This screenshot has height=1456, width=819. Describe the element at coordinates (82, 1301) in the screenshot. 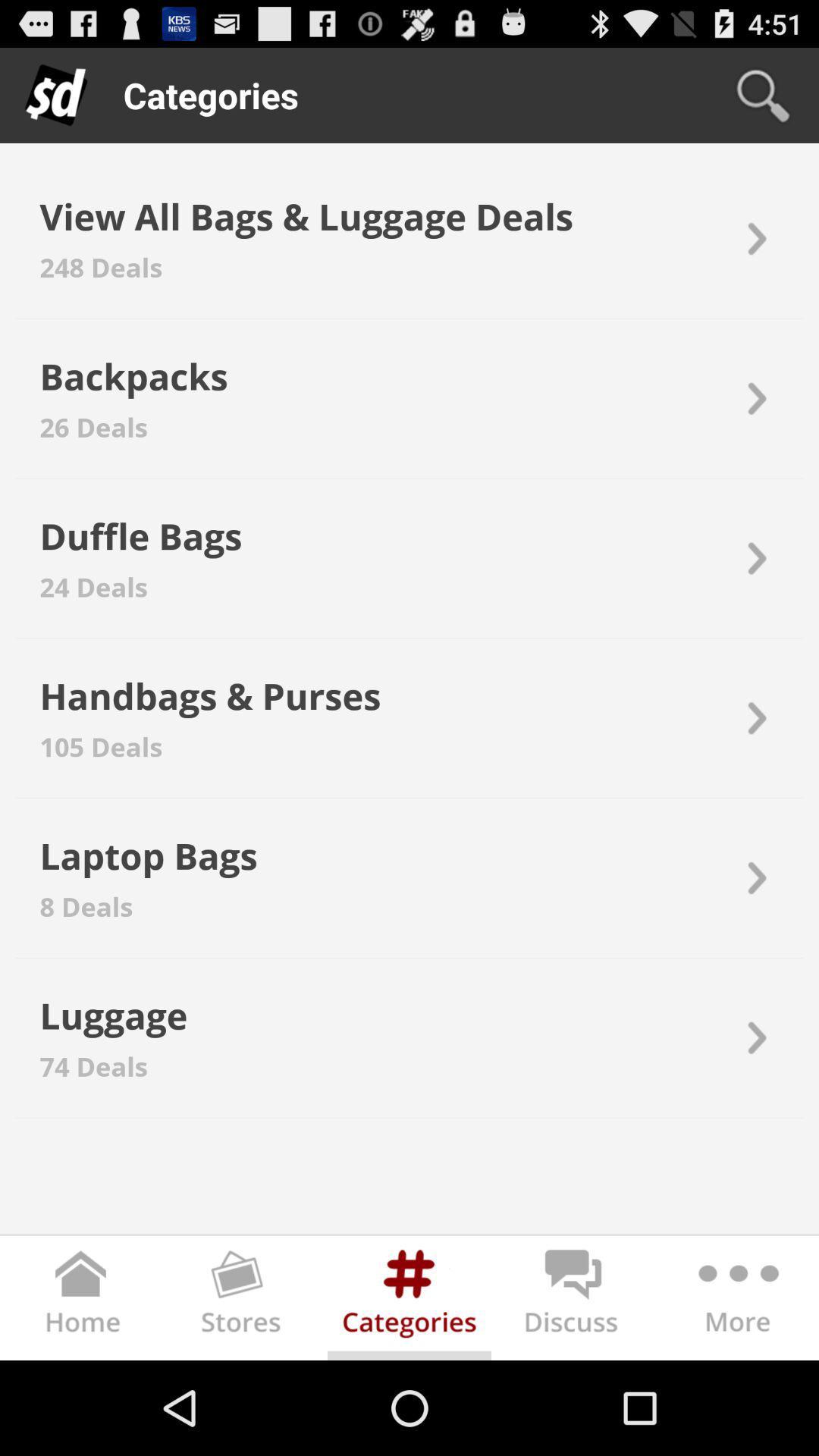

I see `go home` at that location.